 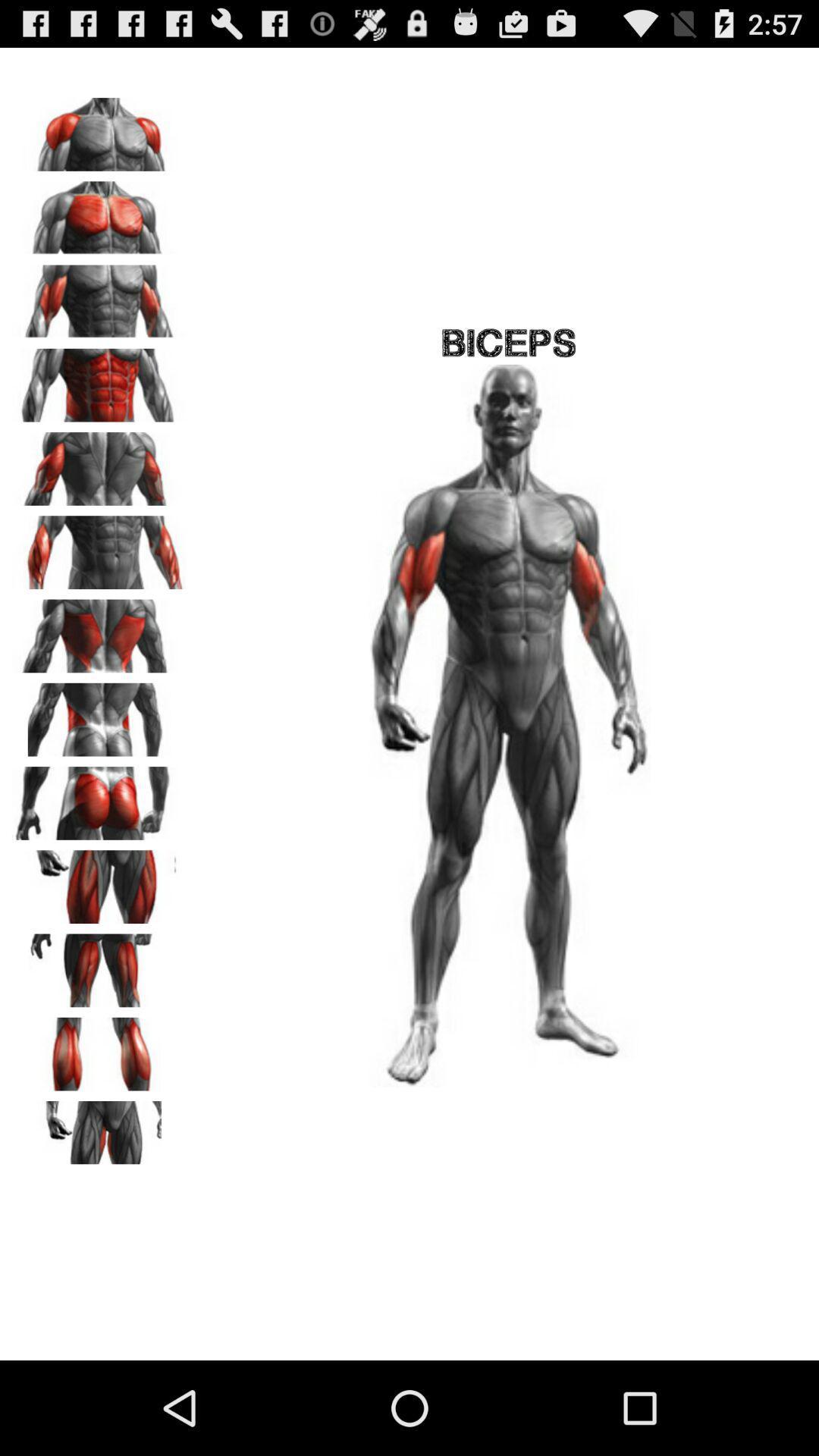 What do you see at coordinates (99, 463) in the screenshot?
I see `option` at bounding box center [99, 463].